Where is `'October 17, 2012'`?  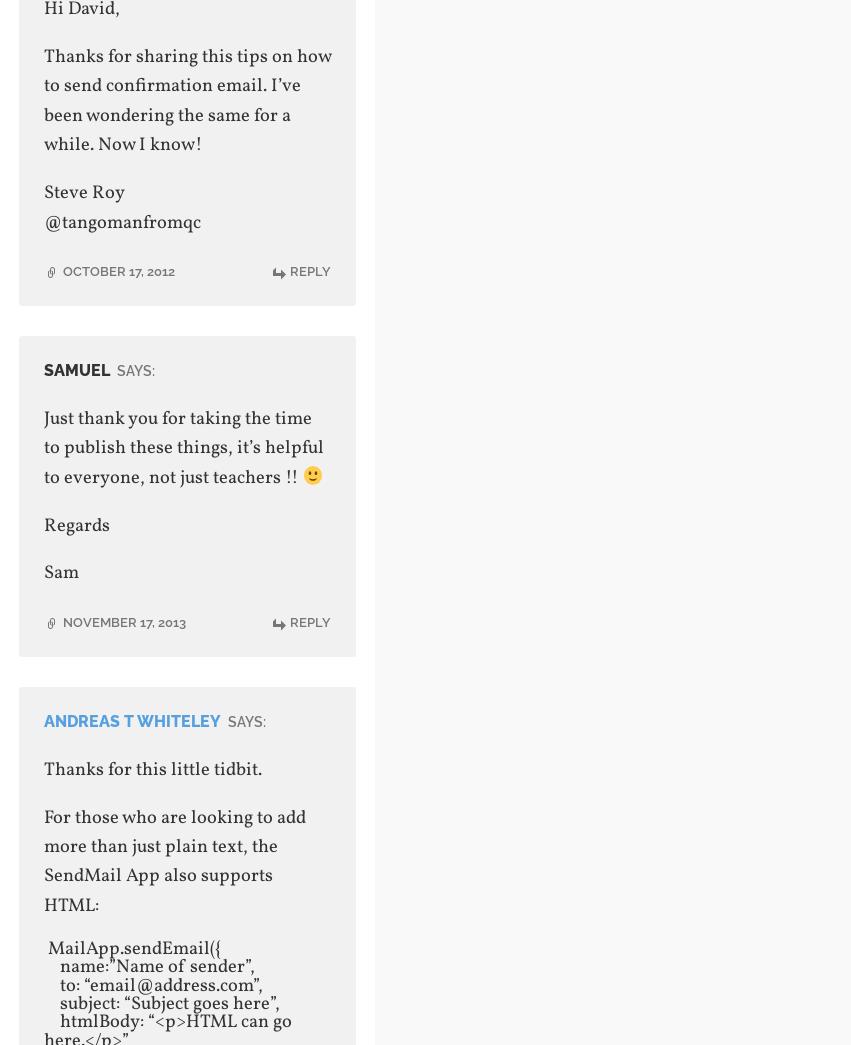 'October 17, 2012' is located at coordinates (62, 270).